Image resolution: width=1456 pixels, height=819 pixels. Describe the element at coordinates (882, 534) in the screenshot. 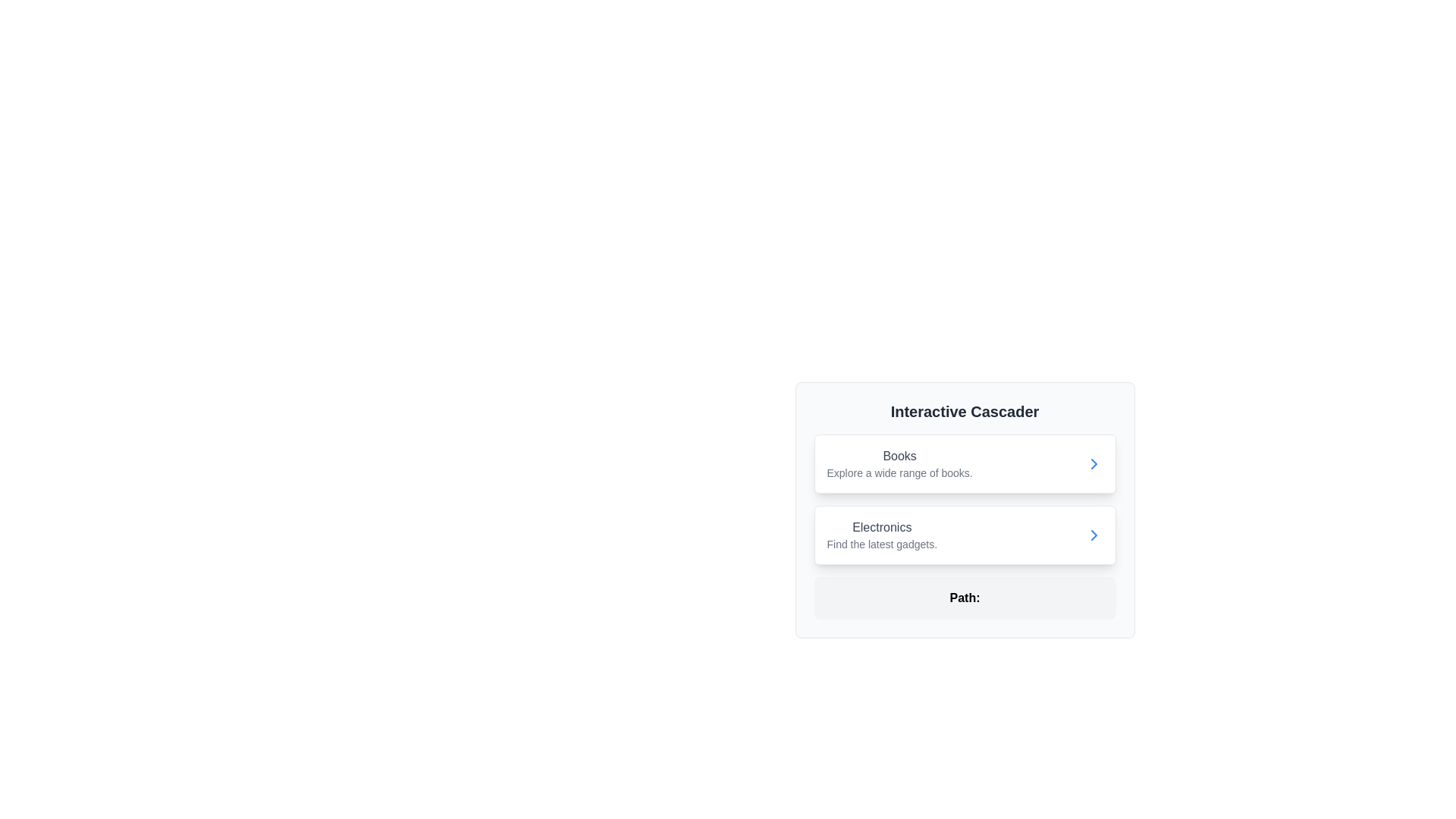

I see `the 'Electronics' option in the cascading menu` at that location.